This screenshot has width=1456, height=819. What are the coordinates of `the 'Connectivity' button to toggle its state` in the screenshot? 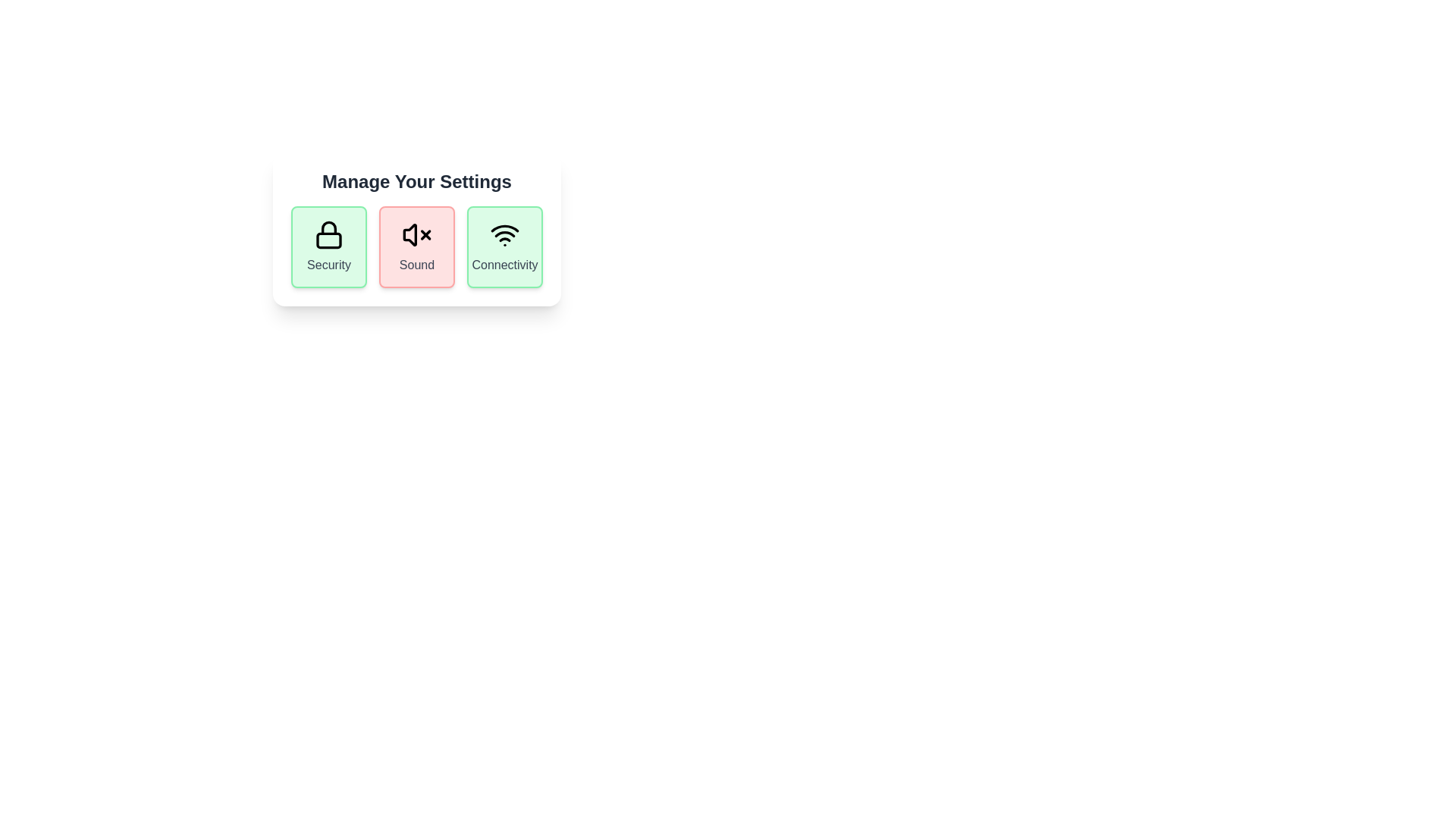 It's located at (505, 246).